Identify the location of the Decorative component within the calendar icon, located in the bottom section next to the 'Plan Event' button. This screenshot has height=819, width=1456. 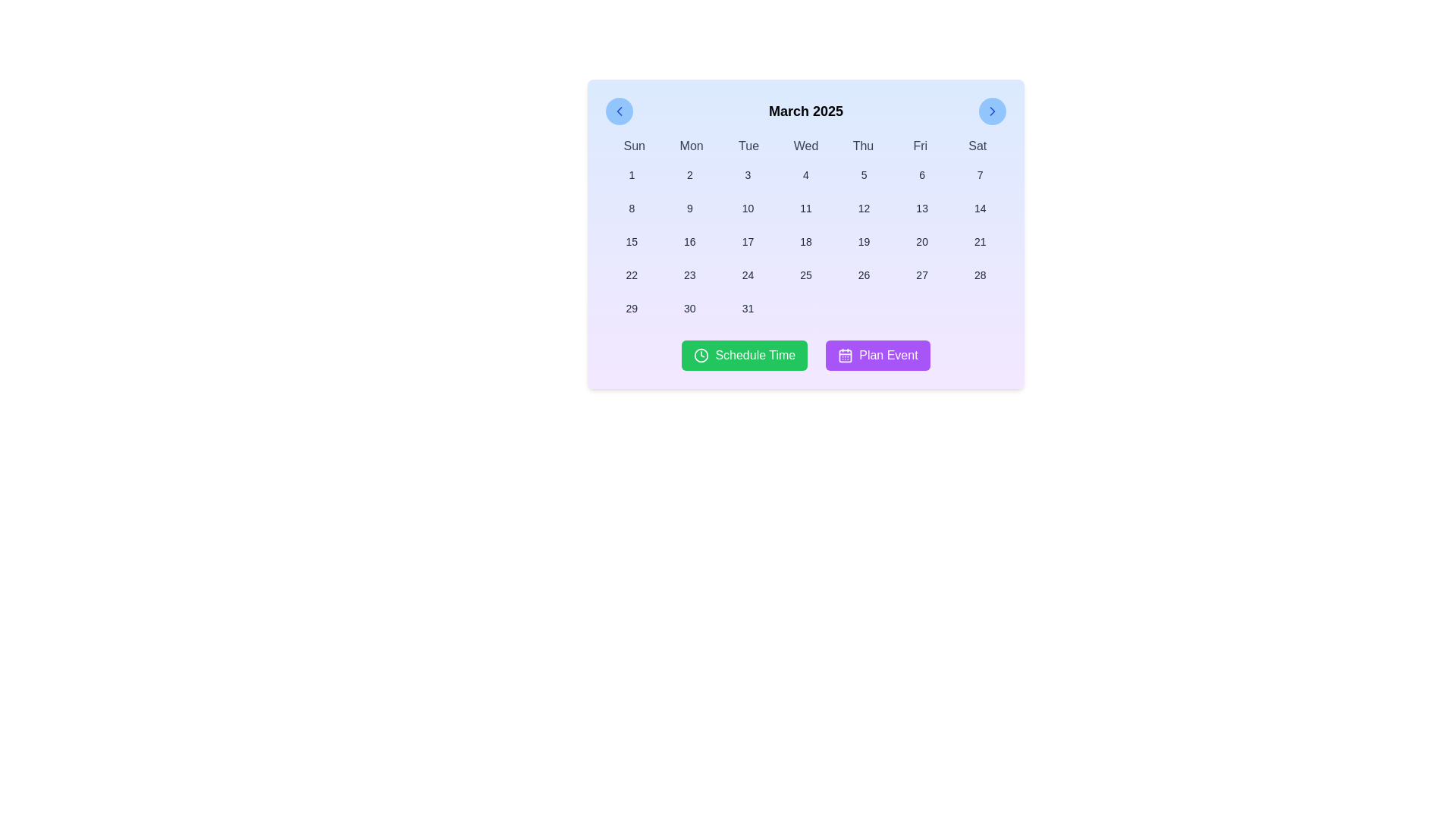
(845, 356).